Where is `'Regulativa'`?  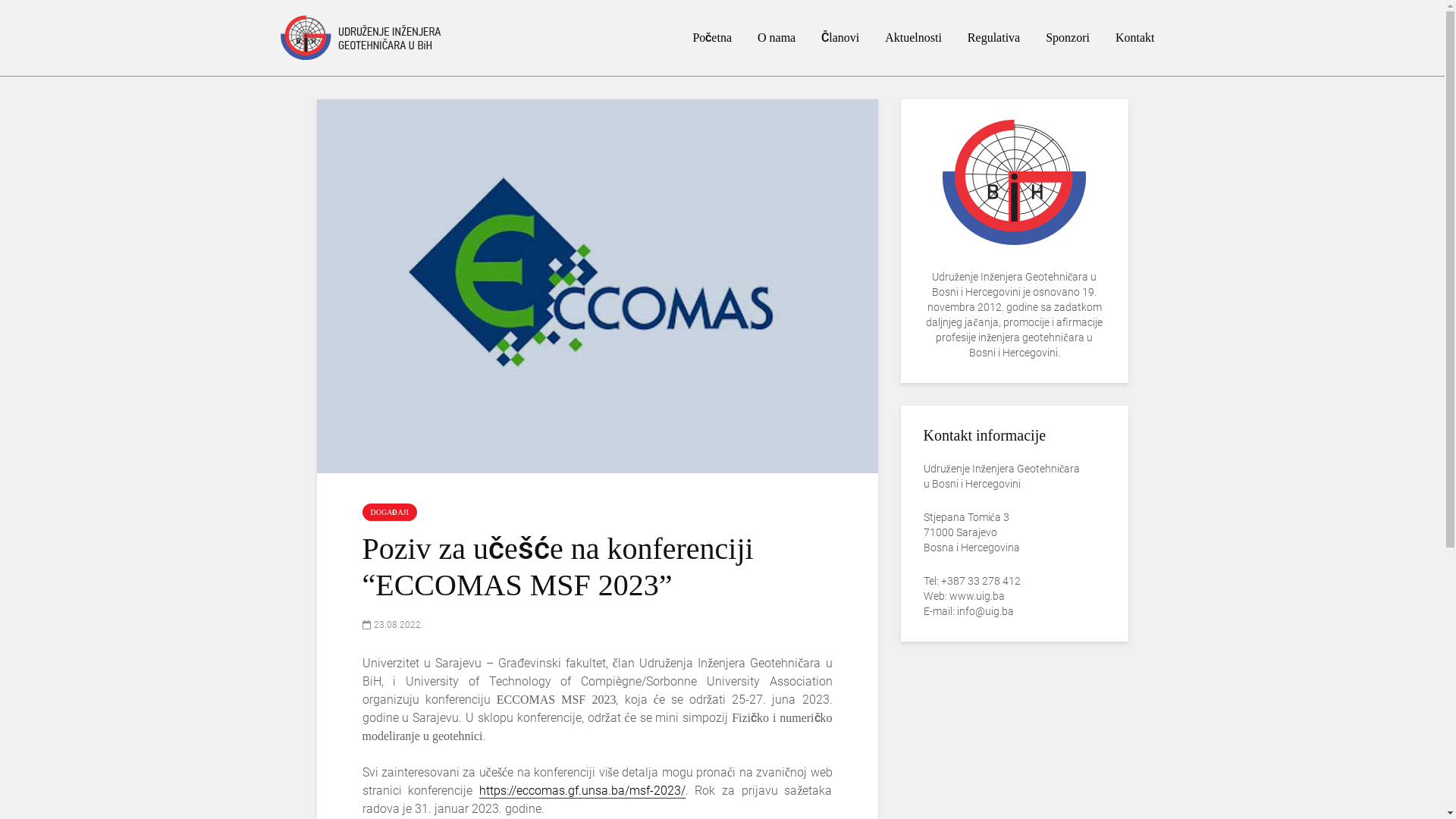 'Regulativa' is located at coordinates (993, 37).